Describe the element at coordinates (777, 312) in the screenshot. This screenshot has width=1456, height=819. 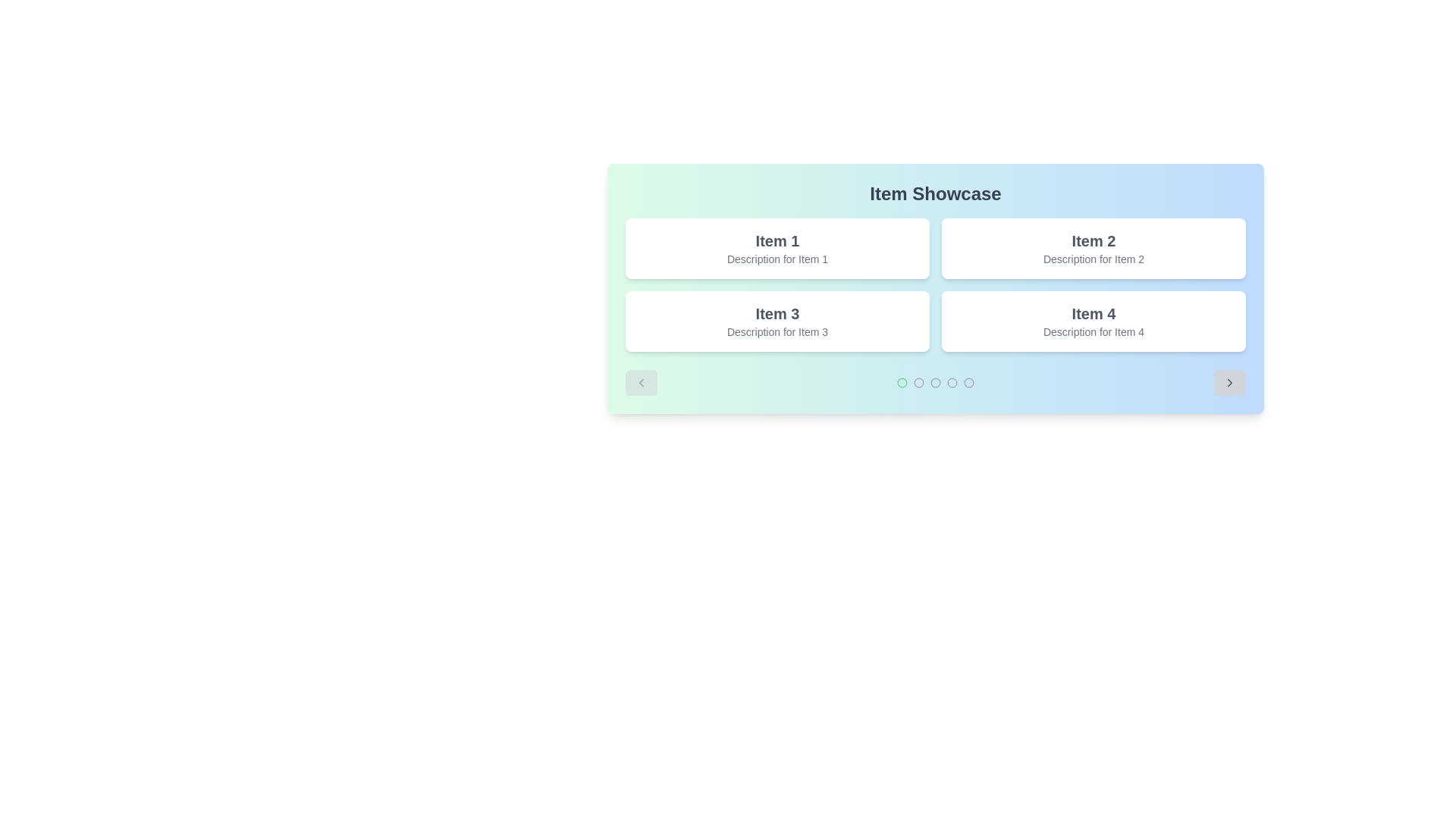
I see `the 'Item 3' text label, which is styled in bold serif font and located in the bottom-left section of a panel within a 2x2 grid of similar elements` at that location.